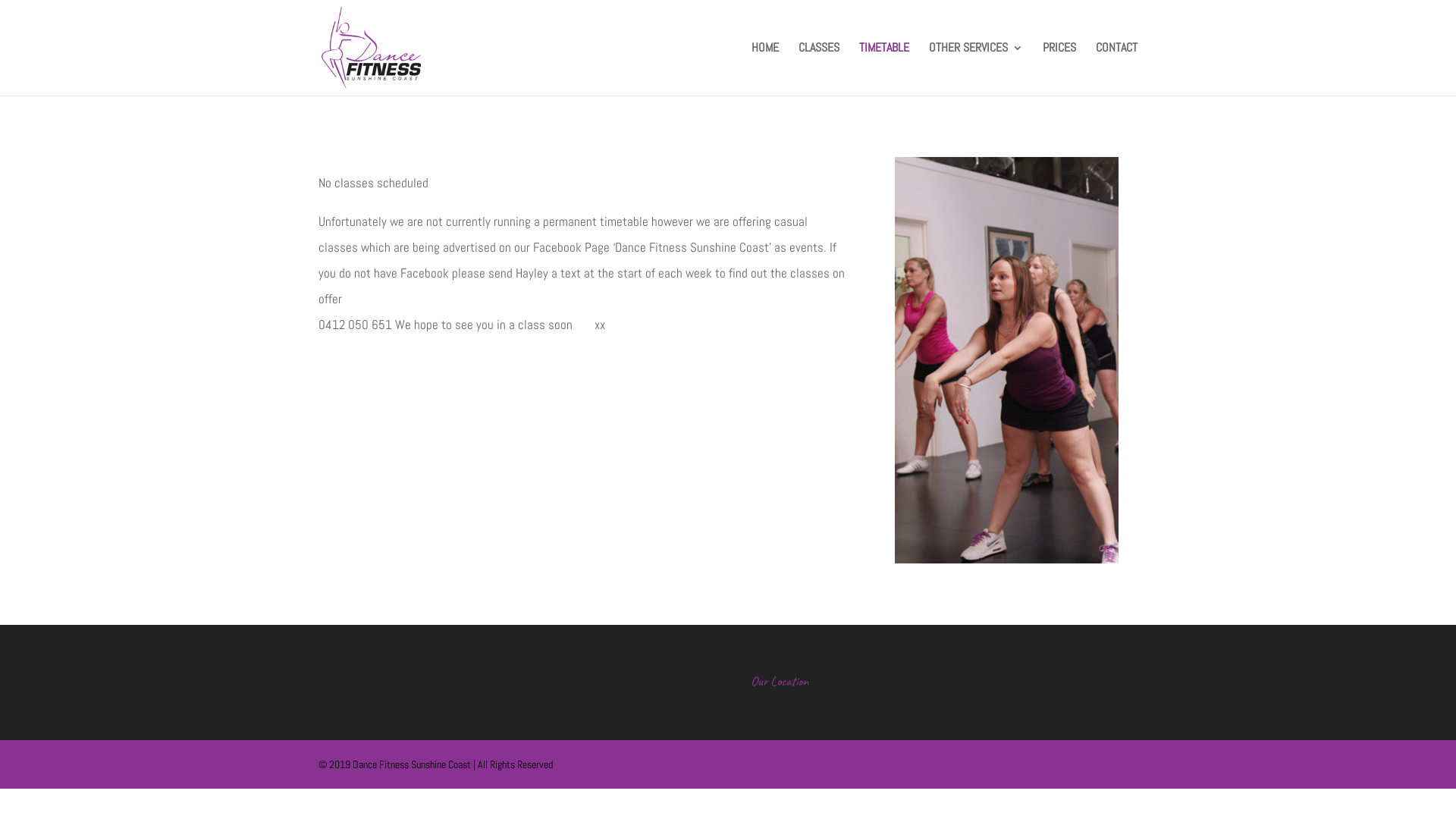  Describe the element at coordinates (884, 69) in the screenshot. I see `'TIMETABLE'` at that location.